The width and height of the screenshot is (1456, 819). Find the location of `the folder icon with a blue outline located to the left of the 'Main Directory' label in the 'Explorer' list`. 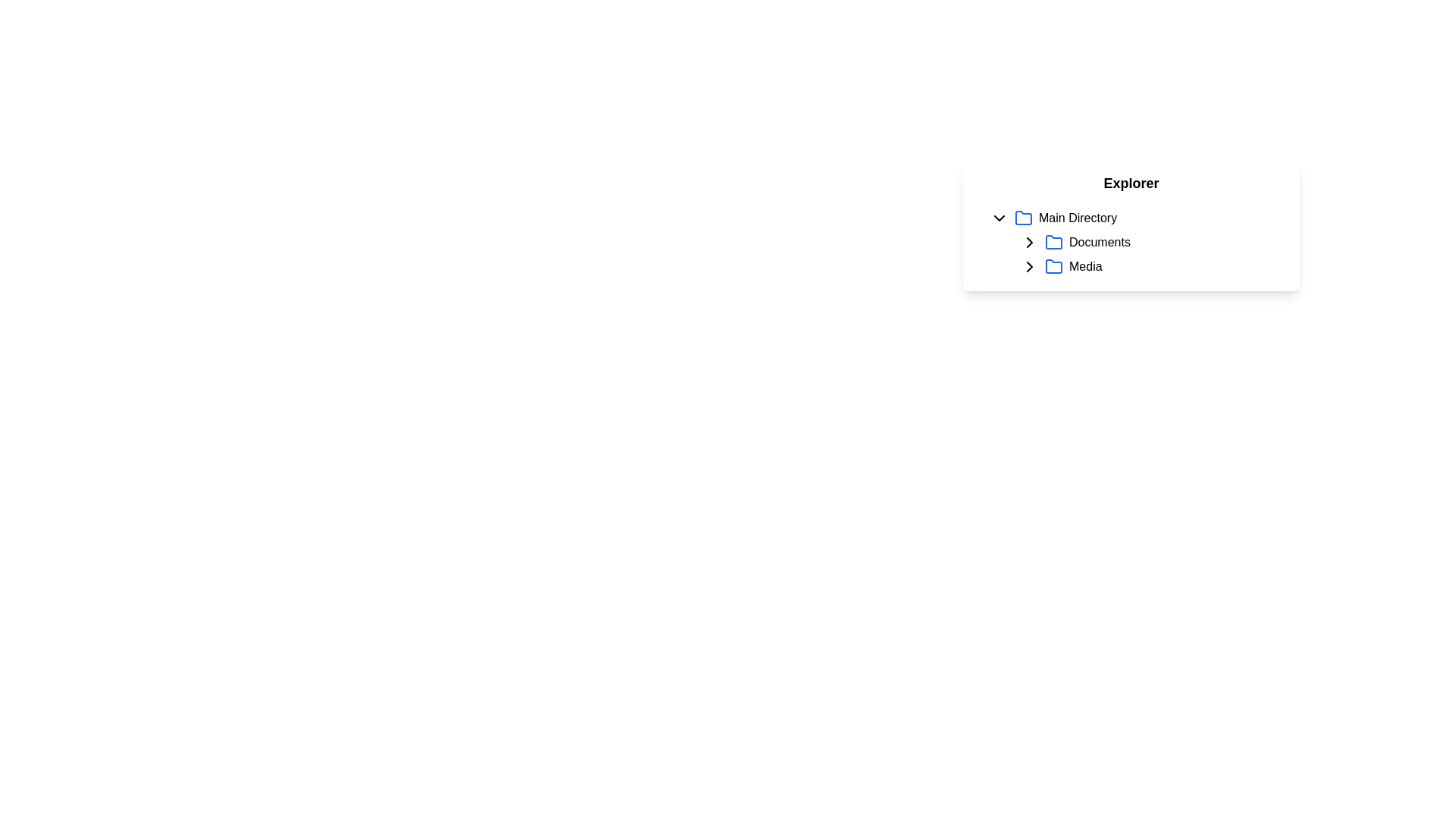

the folder icon with a blue outline located to the left of the 'Main Directory' label in the 'Explorer' list is located at coordinates (1023, 218).